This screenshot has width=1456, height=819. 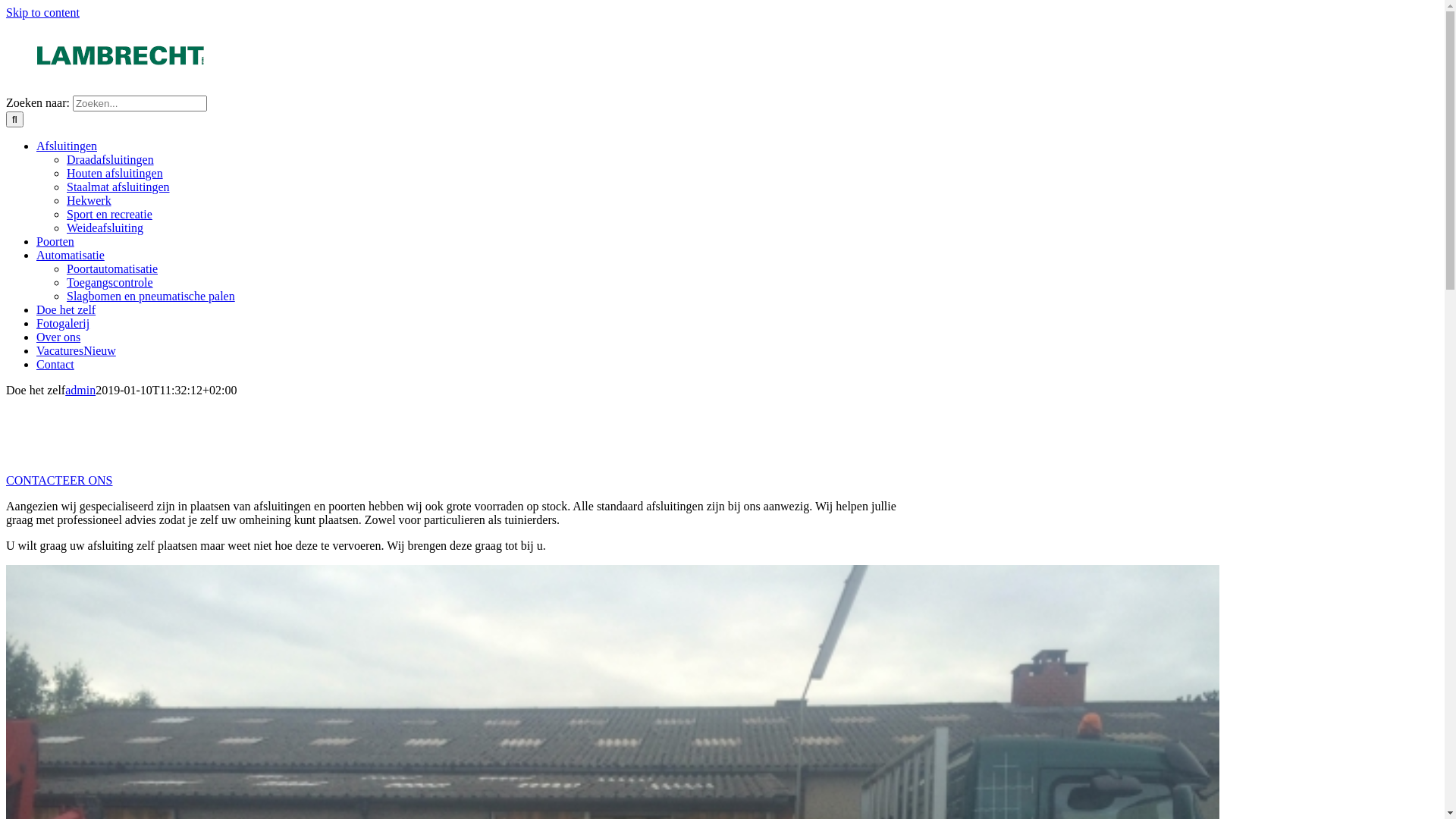 What do you see at coordinates (59, 480) in the screenshot?
I see `'CONTACTEER ONS'` at bounding box center [59, 480].